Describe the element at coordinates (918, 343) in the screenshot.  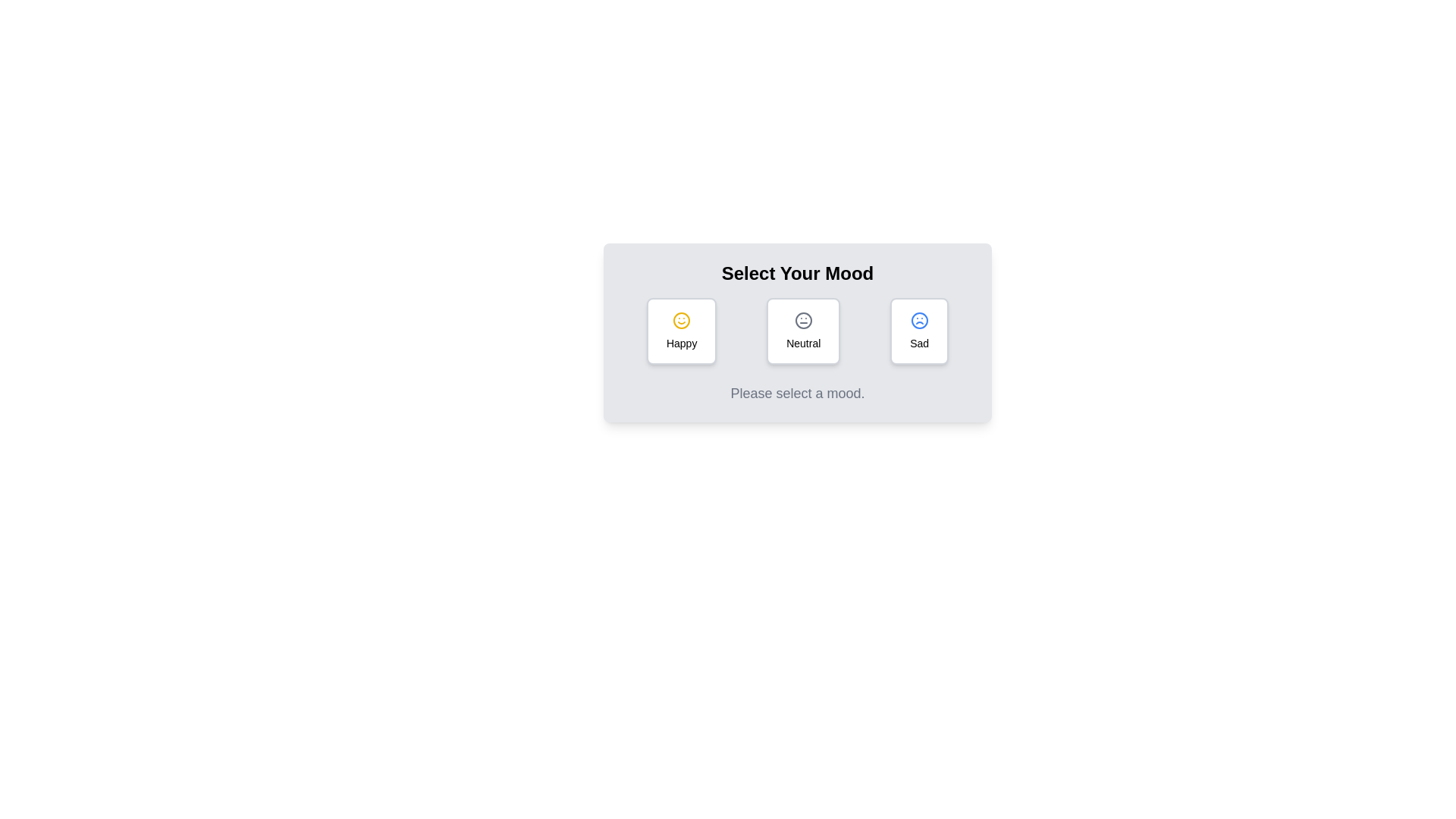
I see `text label that describes the mood represented by the card, which is 'Sad', located at the bottom of the mood-selector card on the far-right` at that location.